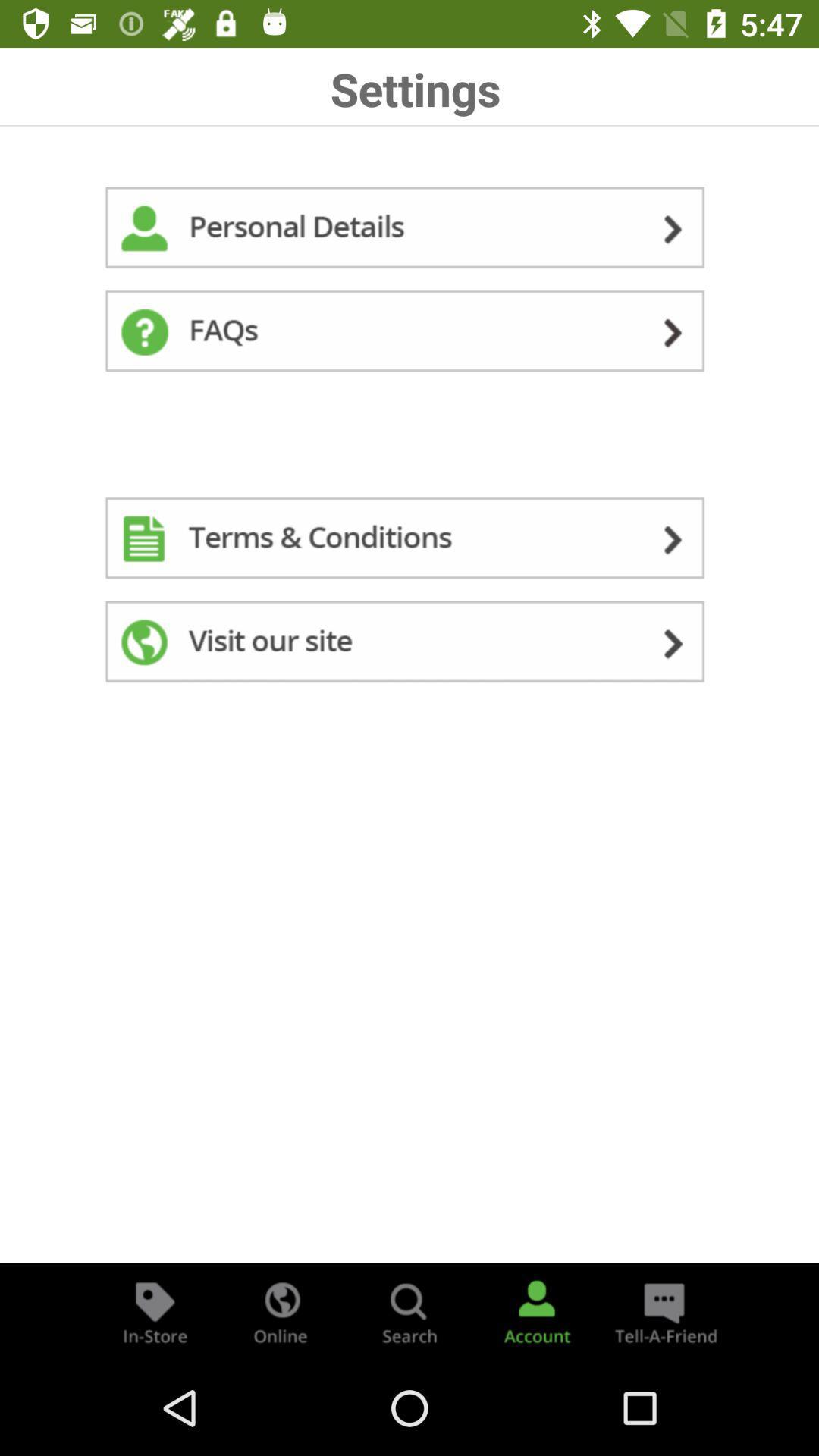 The height and width of the screenshot is (1456, 819). Describe the element at coordinates (155, 1310) in the screenshot. I see `find stuff in-store` at that location.